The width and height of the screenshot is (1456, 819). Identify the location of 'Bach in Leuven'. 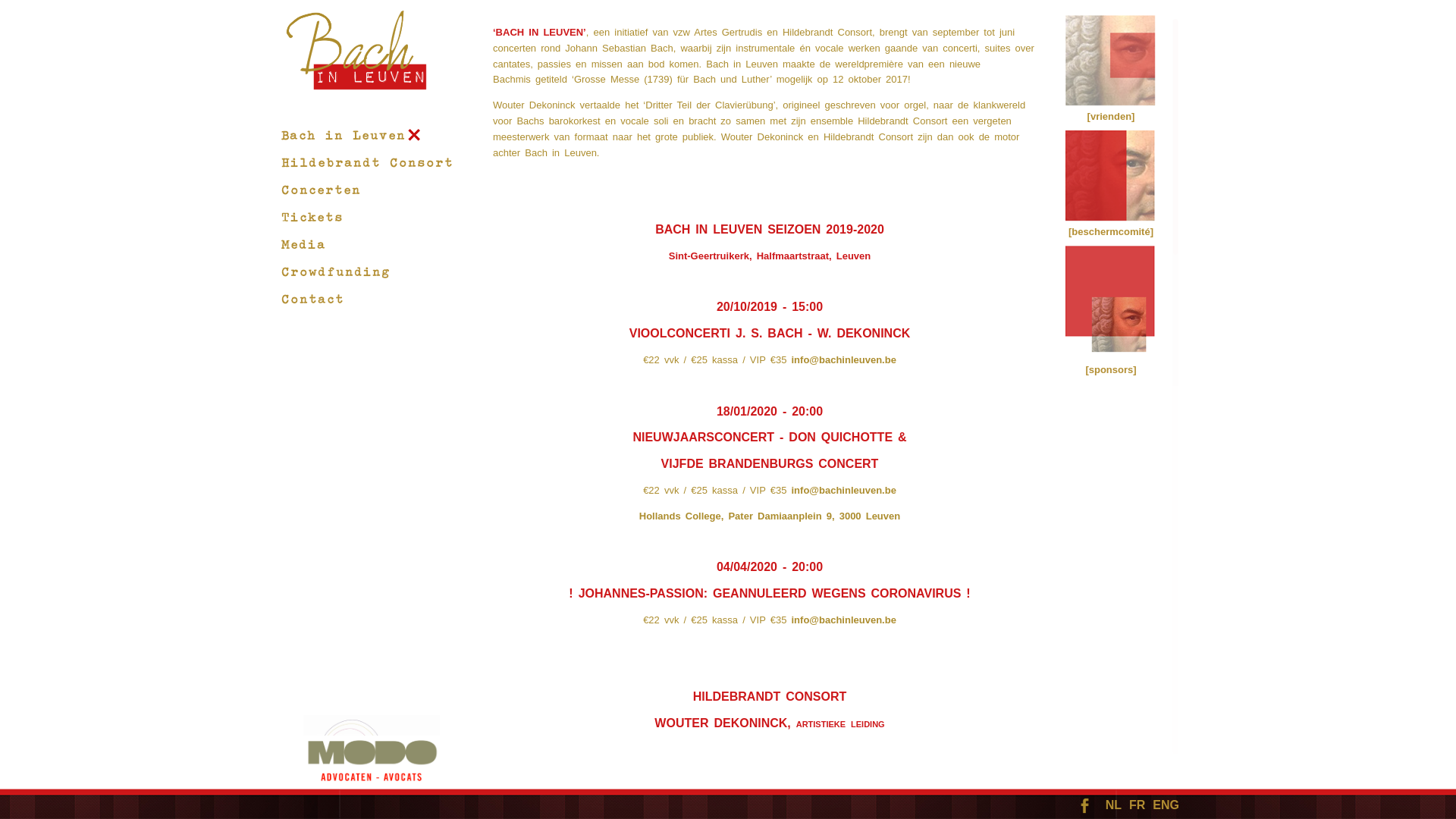
(350, 133).